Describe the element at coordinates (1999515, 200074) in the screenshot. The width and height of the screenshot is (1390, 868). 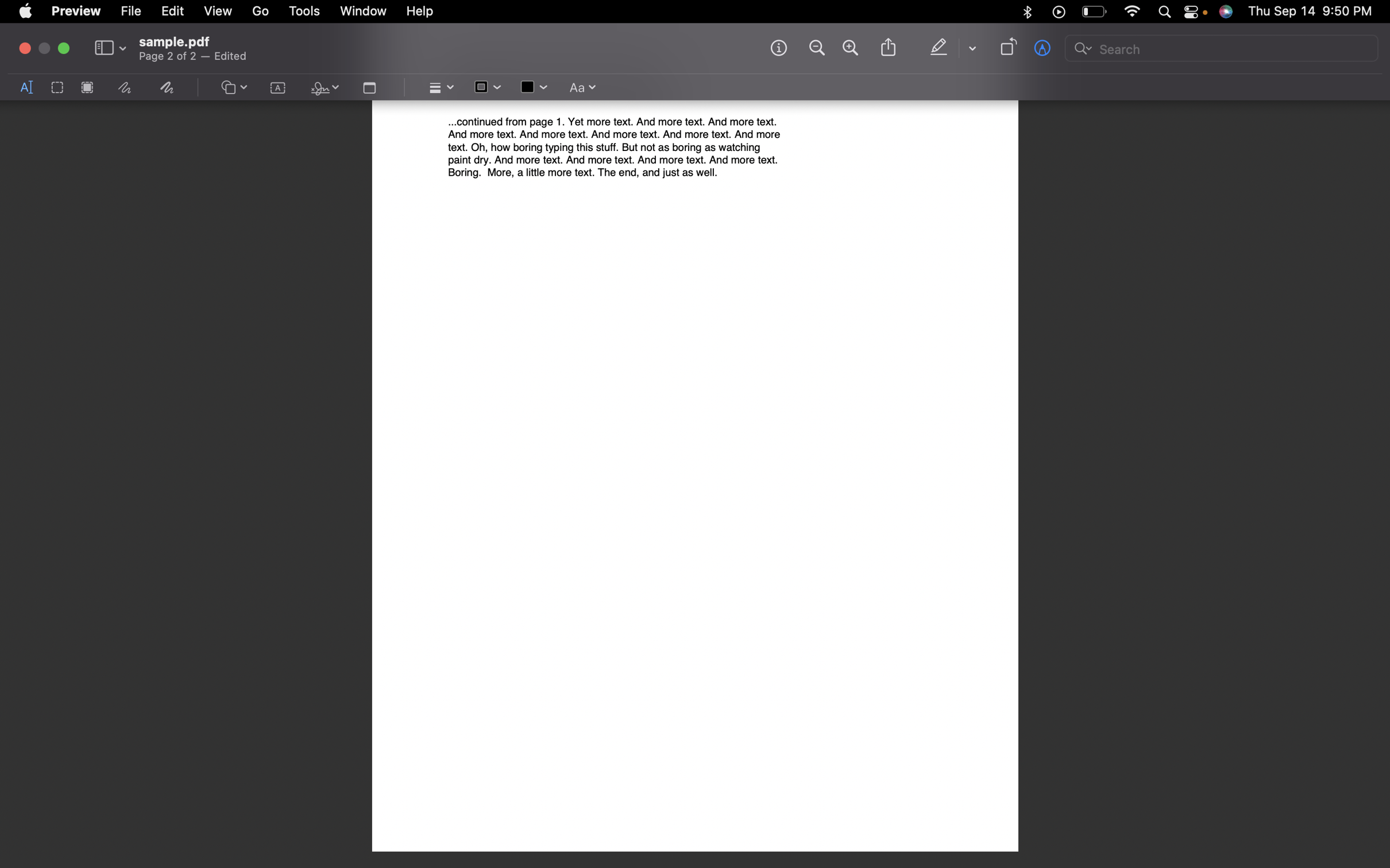
I see `To select all data, move and drag the cursor from top-left to bottom-right` at that location.